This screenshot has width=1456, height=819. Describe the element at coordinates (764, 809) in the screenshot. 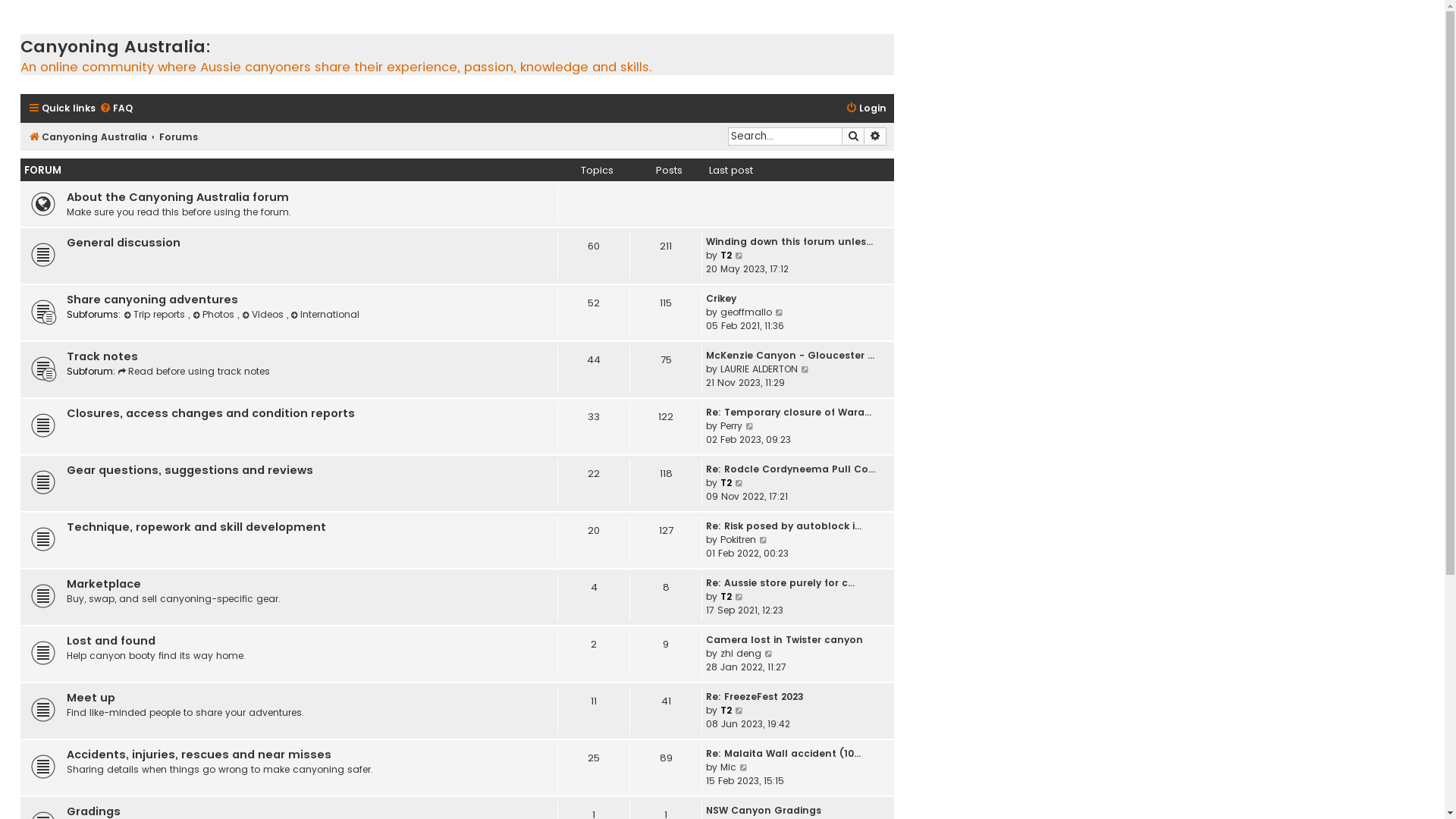

I see `'NSW Canyon Gradings'` at that location.